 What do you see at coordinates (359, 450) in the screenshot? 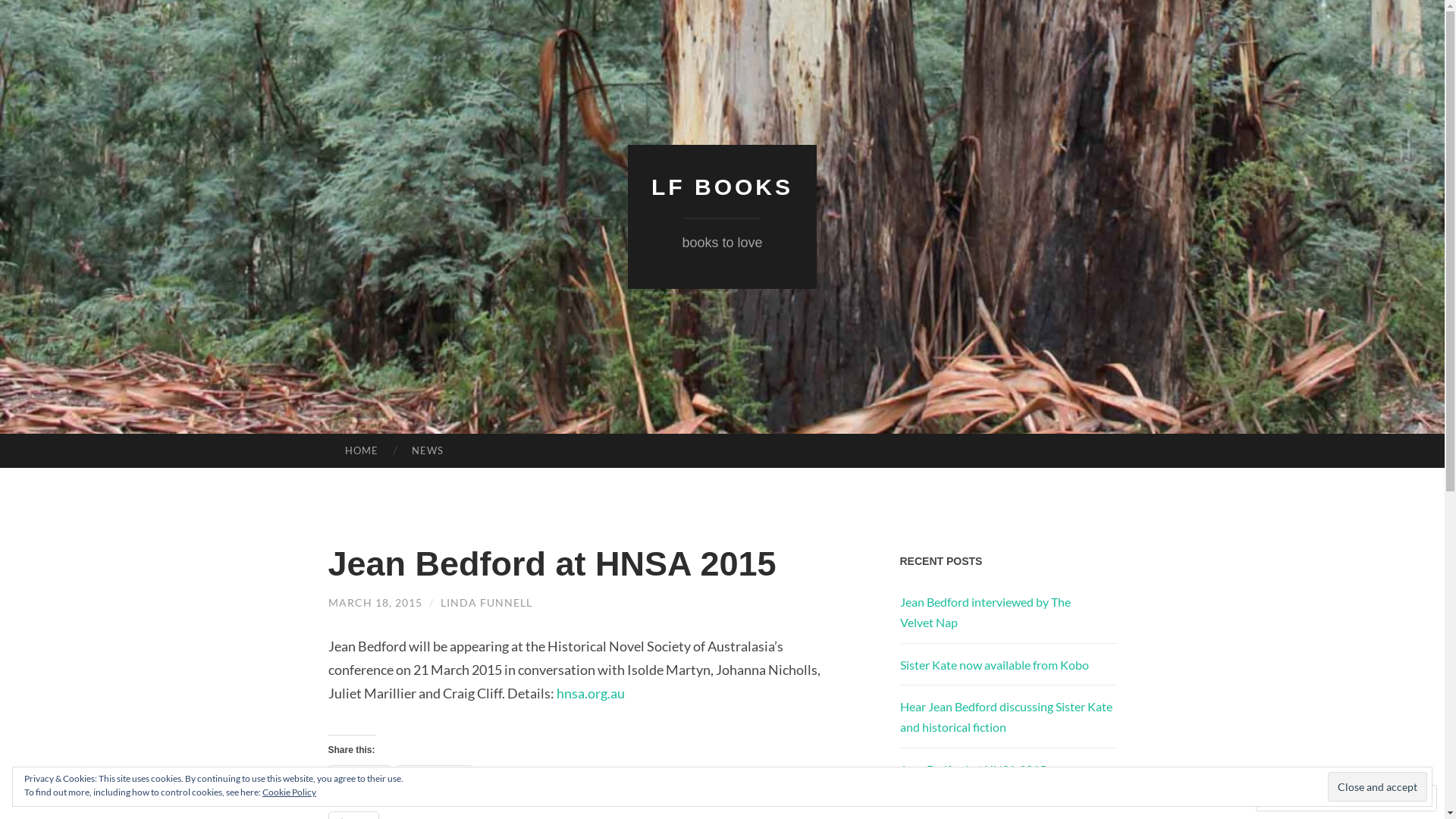
I see `'HOME'` at bounding box center [359, 450].